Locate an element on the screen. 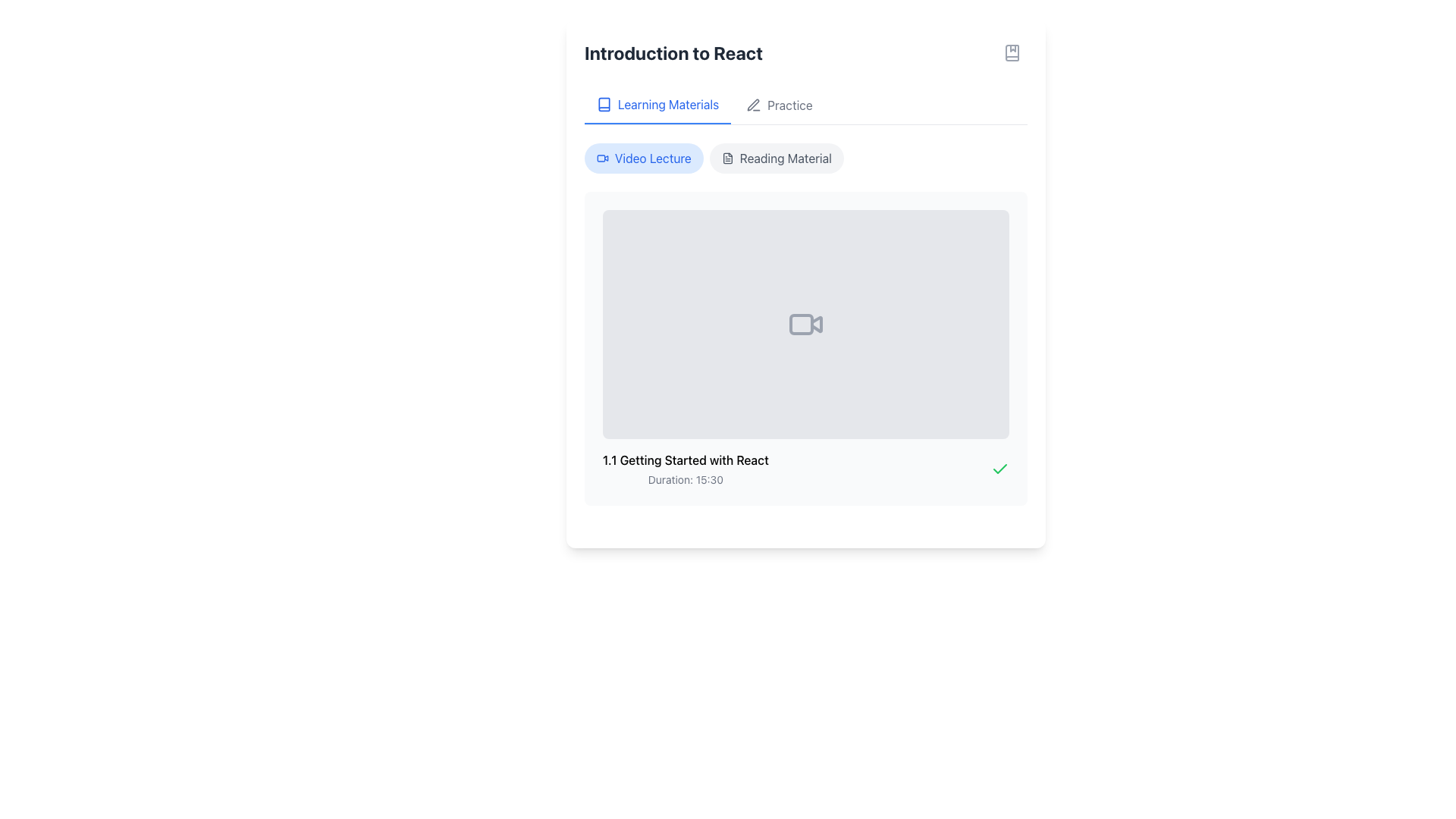  the 'Practice' button, which is a gray segment of a horizontal bar located below the main heading, following the 'Learning Materials' button is located at coordinates (805, 105).